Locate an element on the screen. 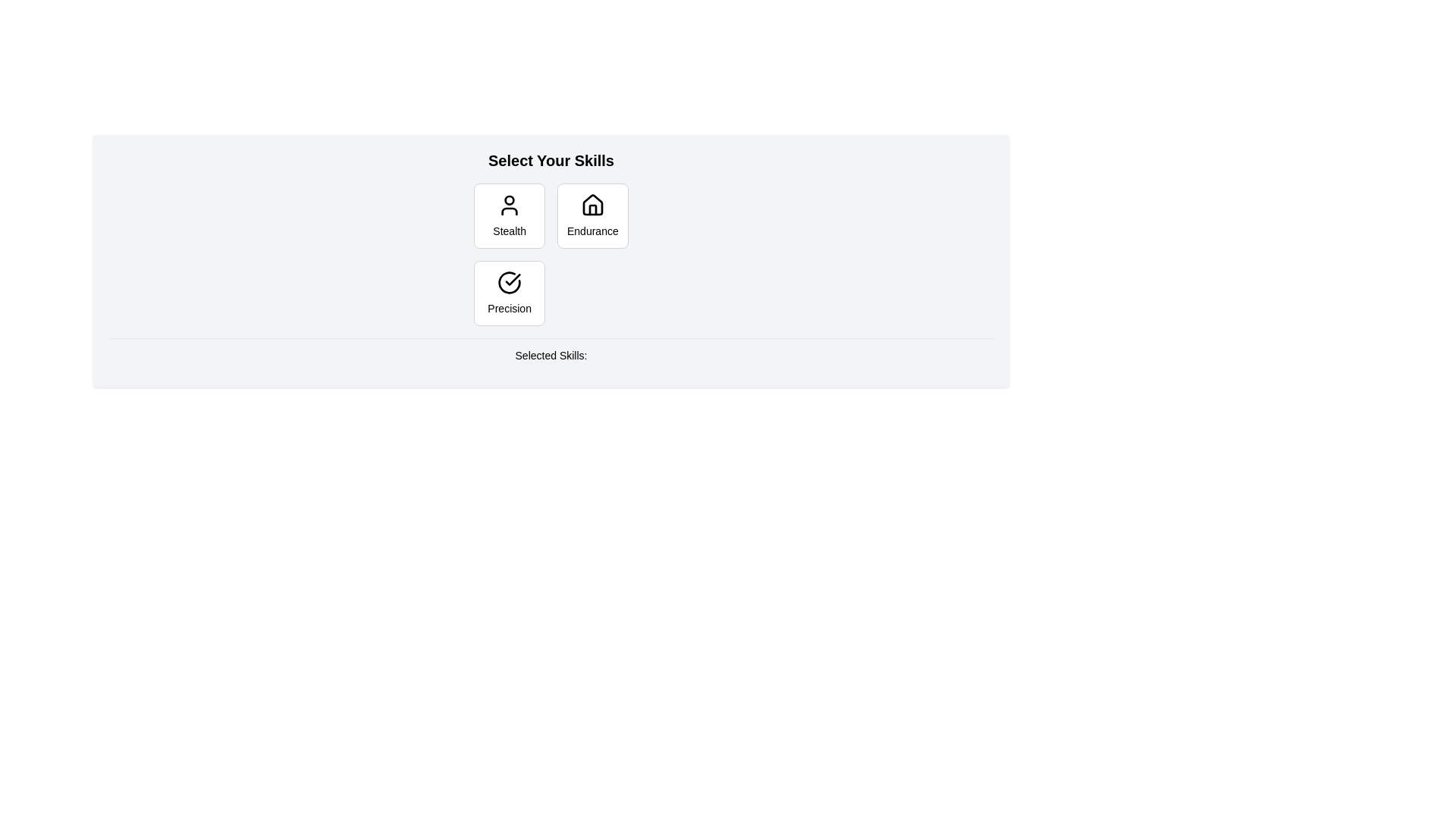 The image size is (1456, 819). the 'Stealth' button located at the top-left corner of the selectable items grid to navigate is located at coordinates (510, 216).